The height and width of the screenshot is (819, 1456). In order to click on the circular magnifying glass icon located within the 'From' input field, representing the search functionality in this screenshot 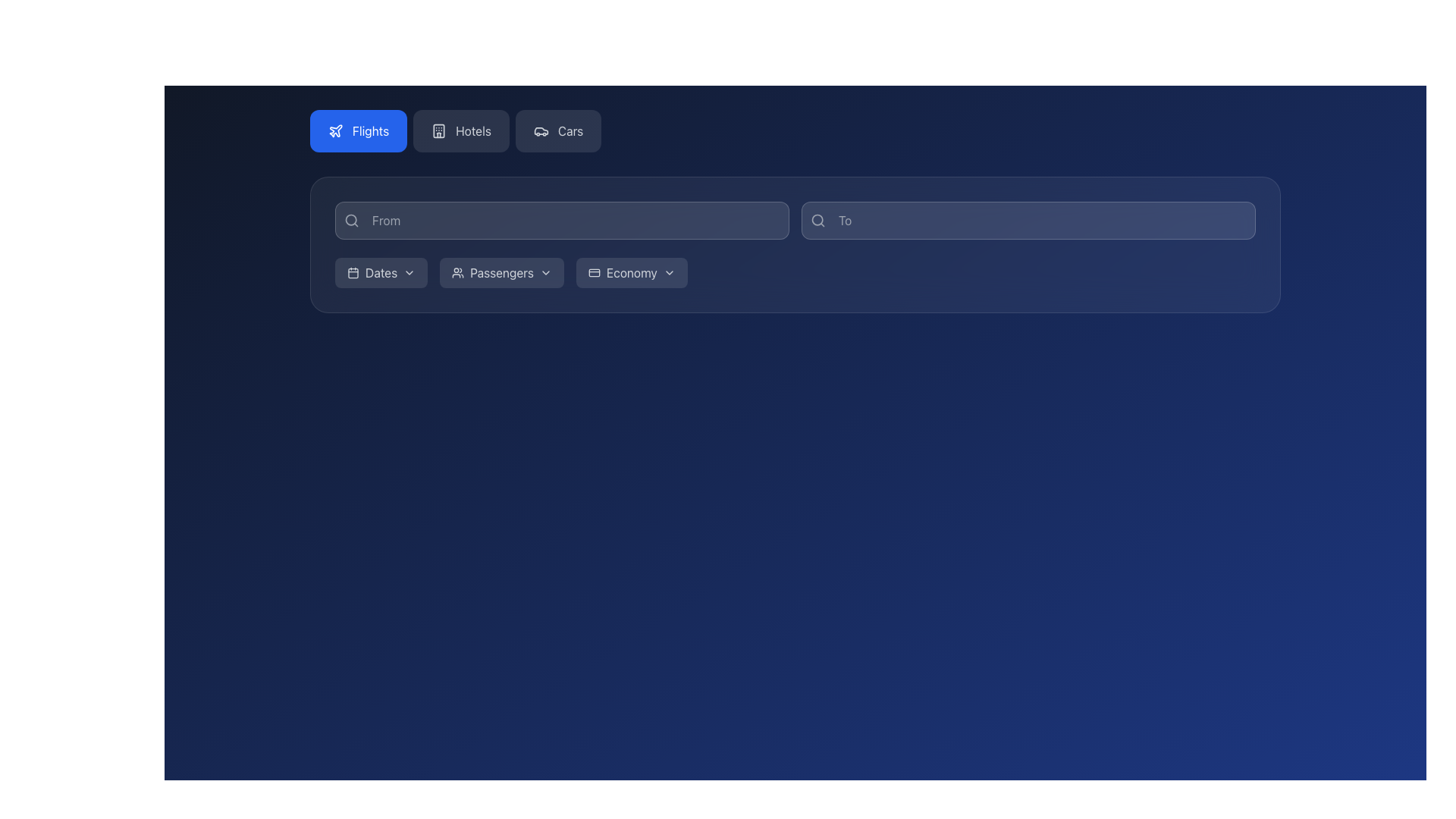, I will do `click(350, 220)`.